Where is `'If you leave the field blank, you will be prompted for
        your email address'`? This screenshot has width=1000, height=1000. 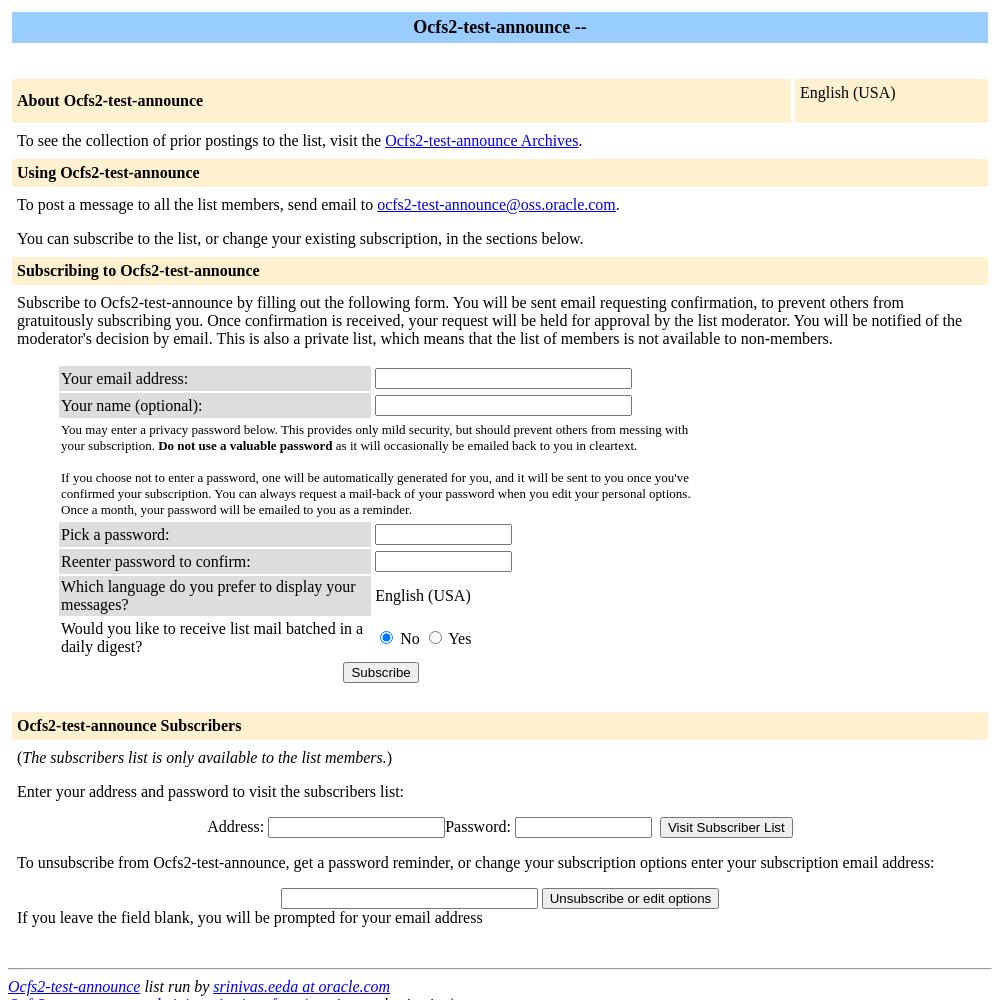
'If you leave the field blank, you will be prompted for
        your email address' is located at coordinates (248, 917).